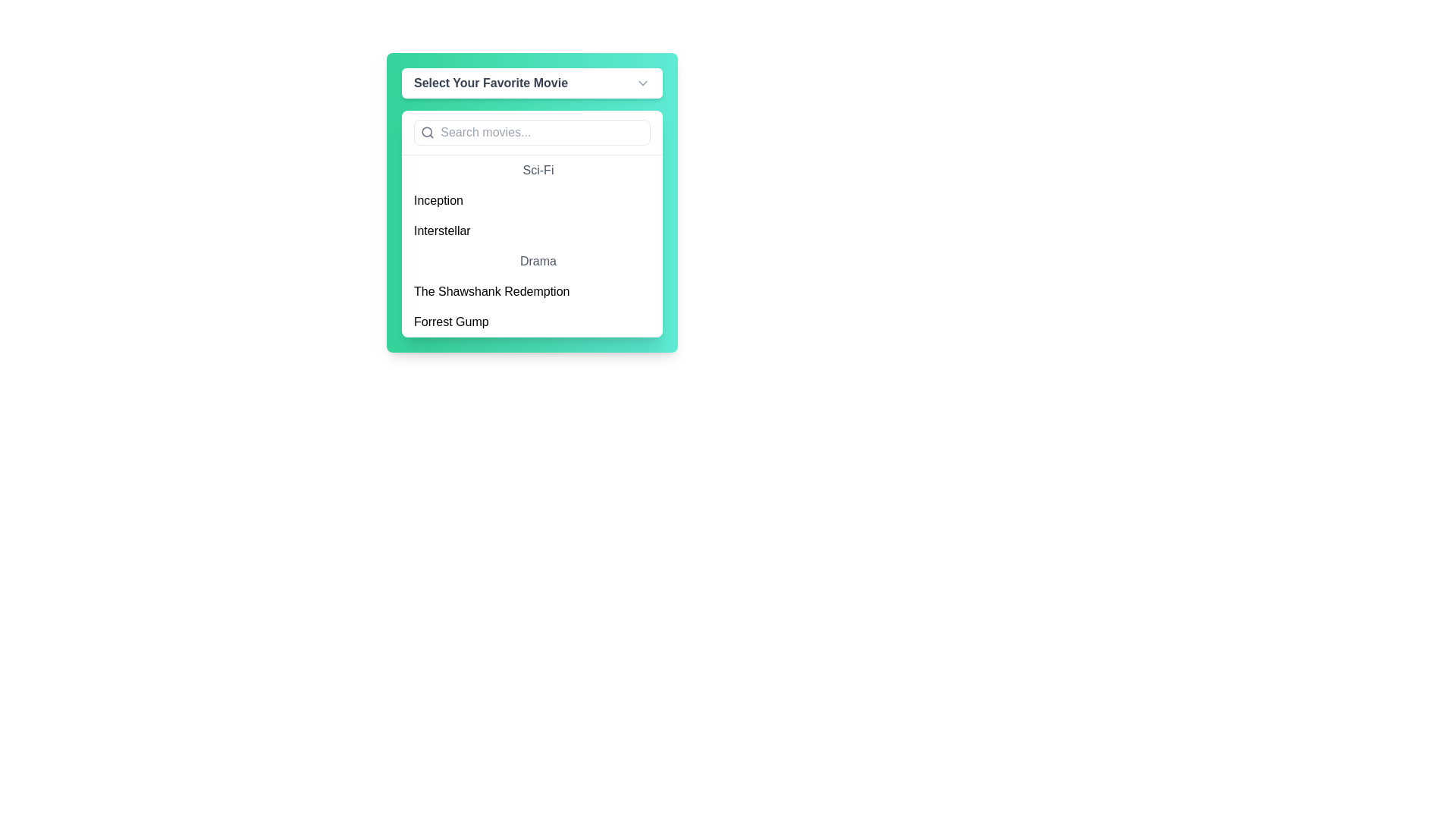 The width and height of the screenshot is (1456, 819). Describe the element at coordinates (427, 131) in the screenshot. I see `the search icon located immediately to the left of the text input field, which visually indicates the search functionality` at that location.